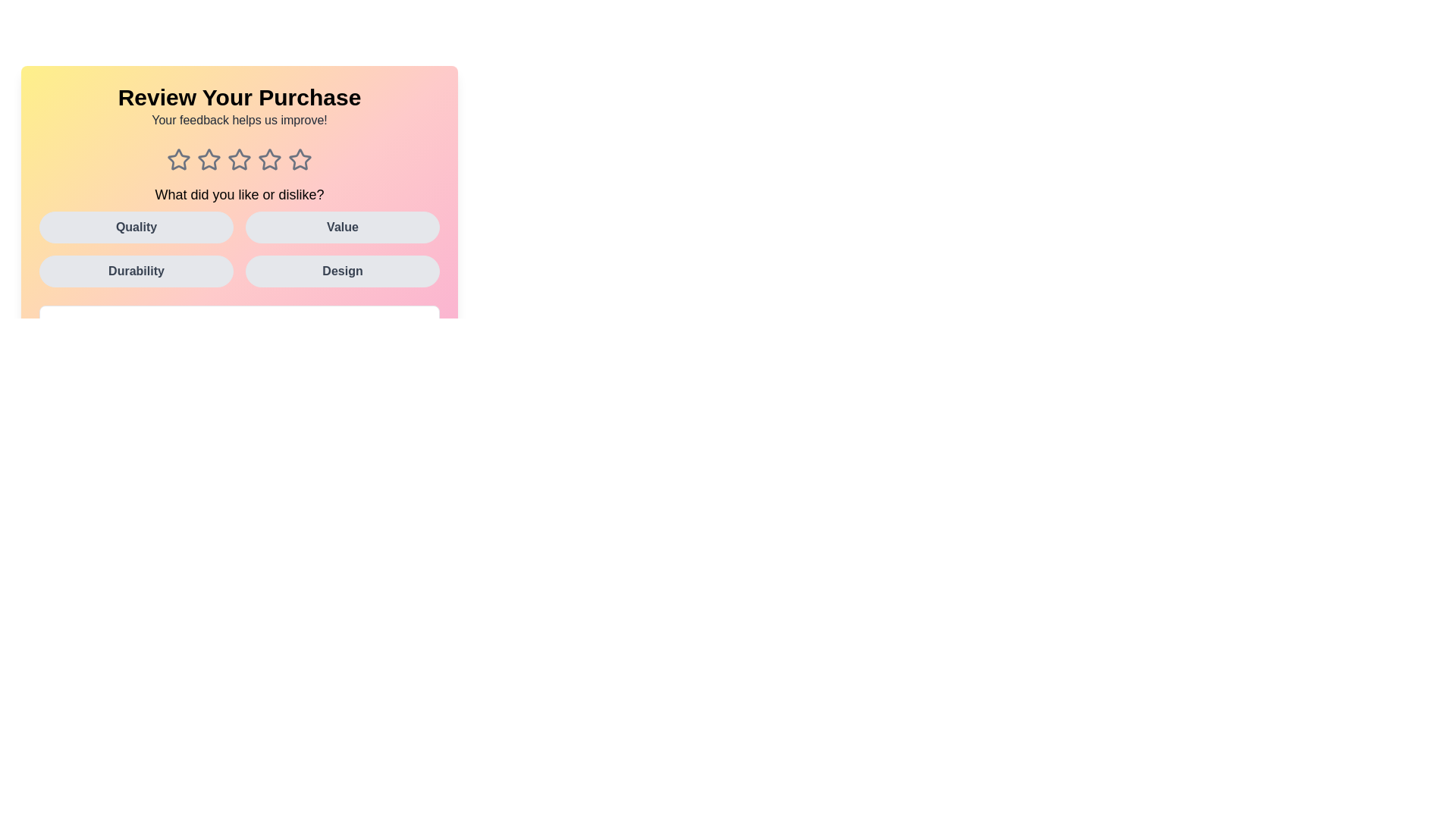 This screenshot has width=1456, height=819. Describe the element at coordinates (136, 271) in the screenshot. I see `the 'Durability' button, which has rounded corners, a light gray background, and dark gray text, located in the bottom-left part of a 2x2 grid layout, immediately below the 'Quality' button` at that location.